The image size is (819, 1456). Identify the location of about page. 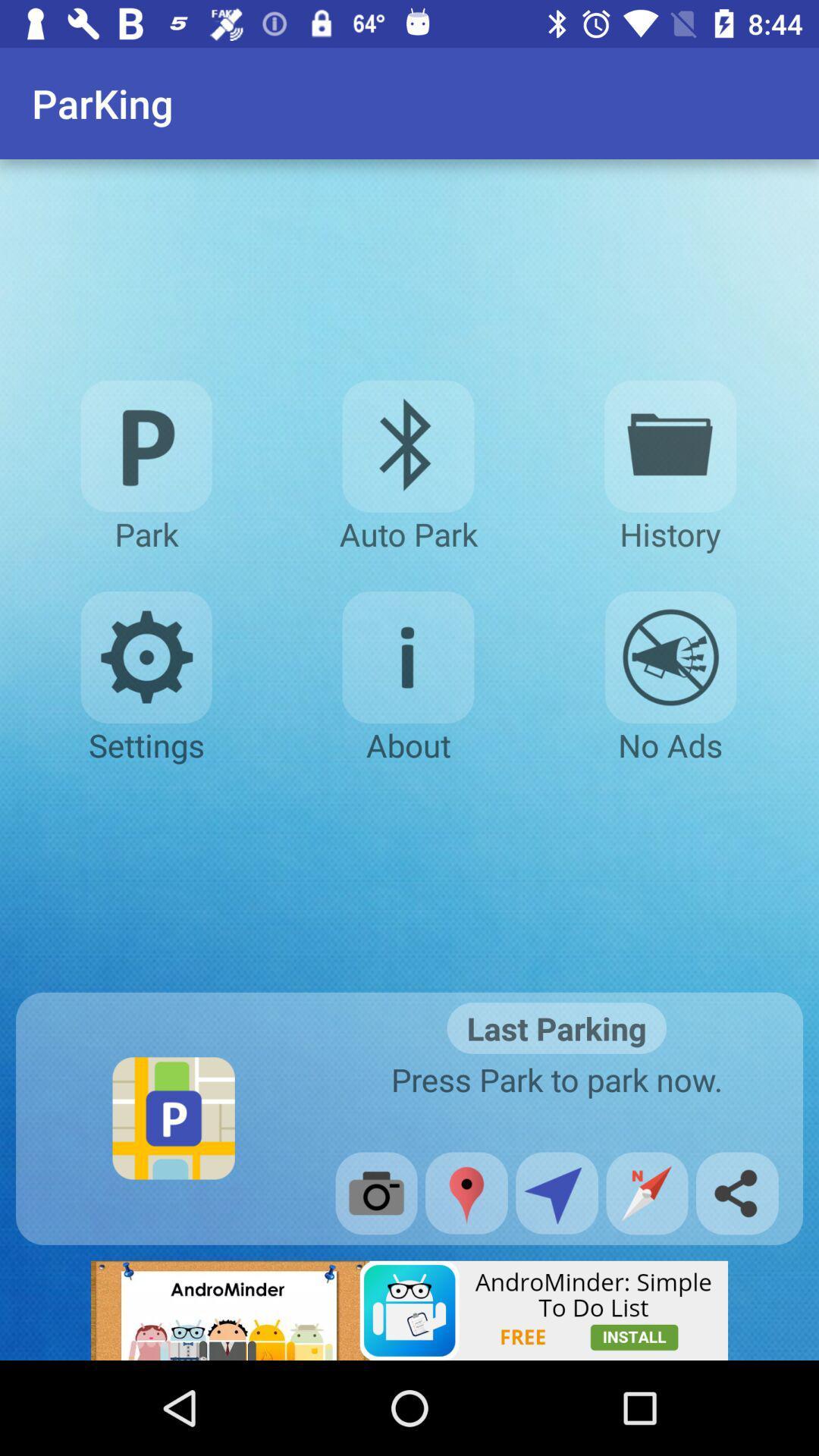
(407, 657).